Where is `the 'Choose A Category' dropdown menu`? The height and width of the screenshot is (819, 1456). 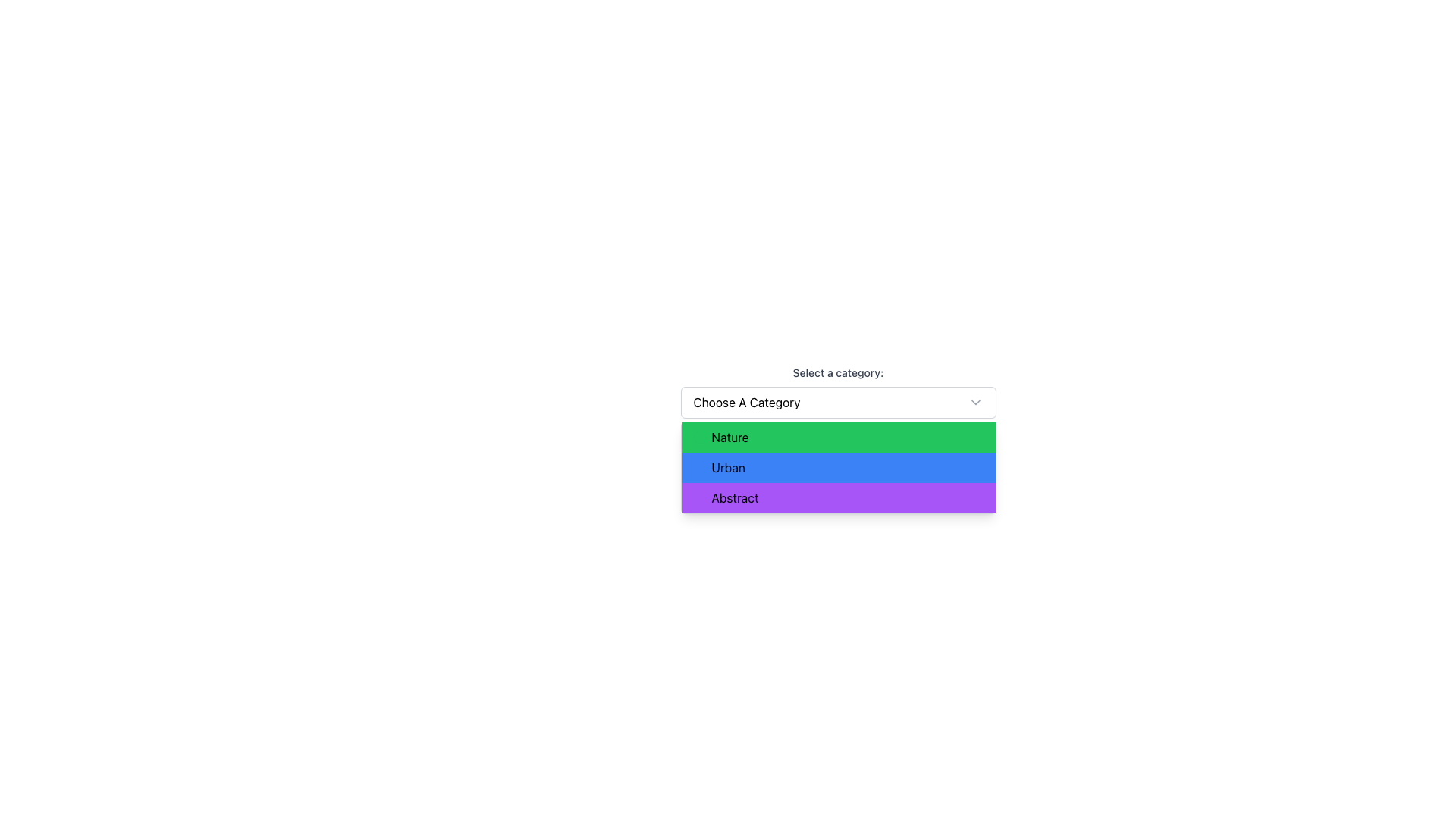 the 'Choose A Category' dropdown menu is located at coordinates (837, 402).